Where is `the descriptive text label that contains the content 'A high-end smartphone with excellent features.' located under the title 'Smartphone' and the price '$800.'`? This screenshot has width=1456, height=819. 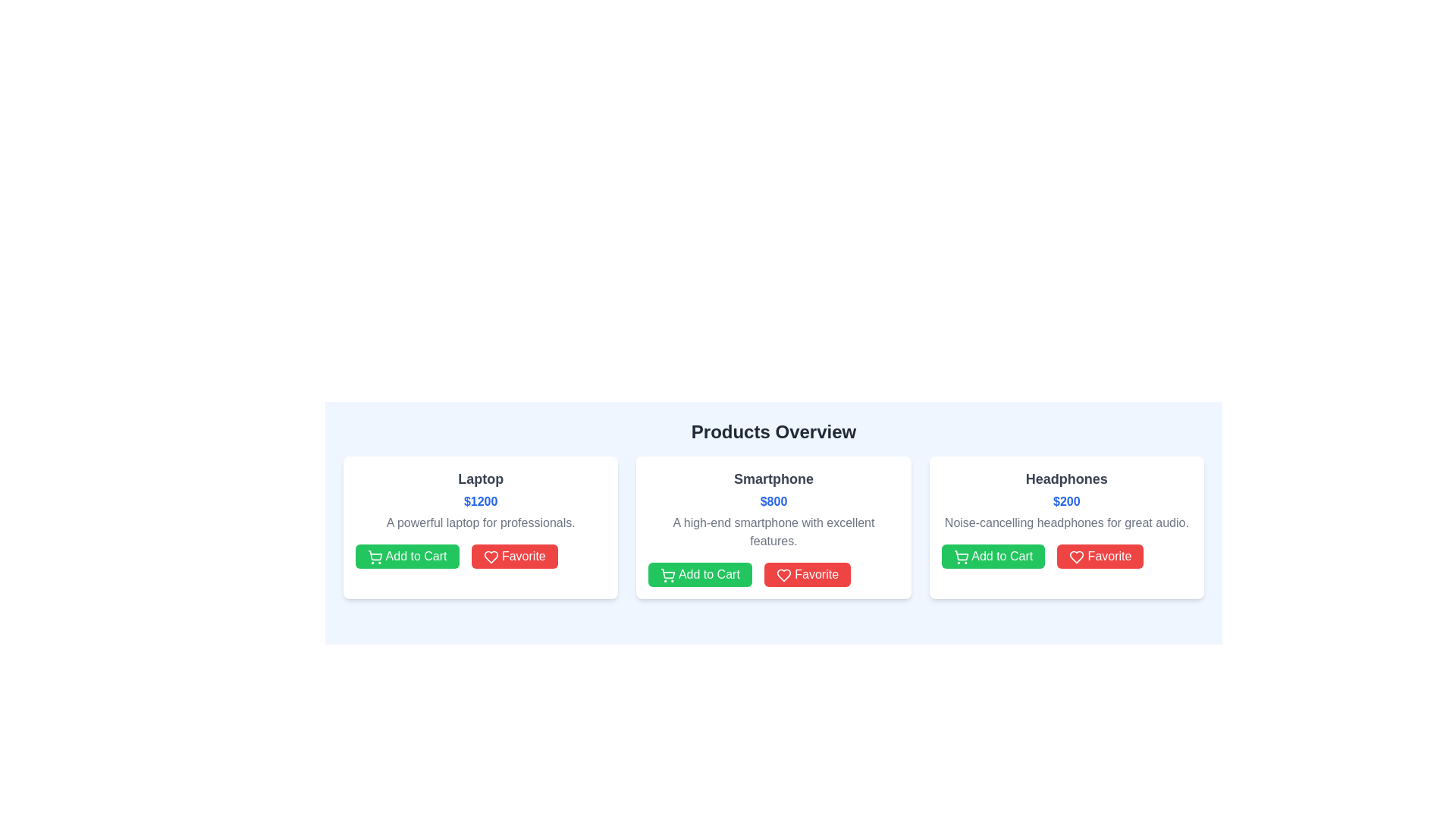
the descriptive text label that contains the content 'A high-end smartphone with excellent features.' located under the title 'Smartphone' and the price '$800.' is located at coordinates (773, 532).